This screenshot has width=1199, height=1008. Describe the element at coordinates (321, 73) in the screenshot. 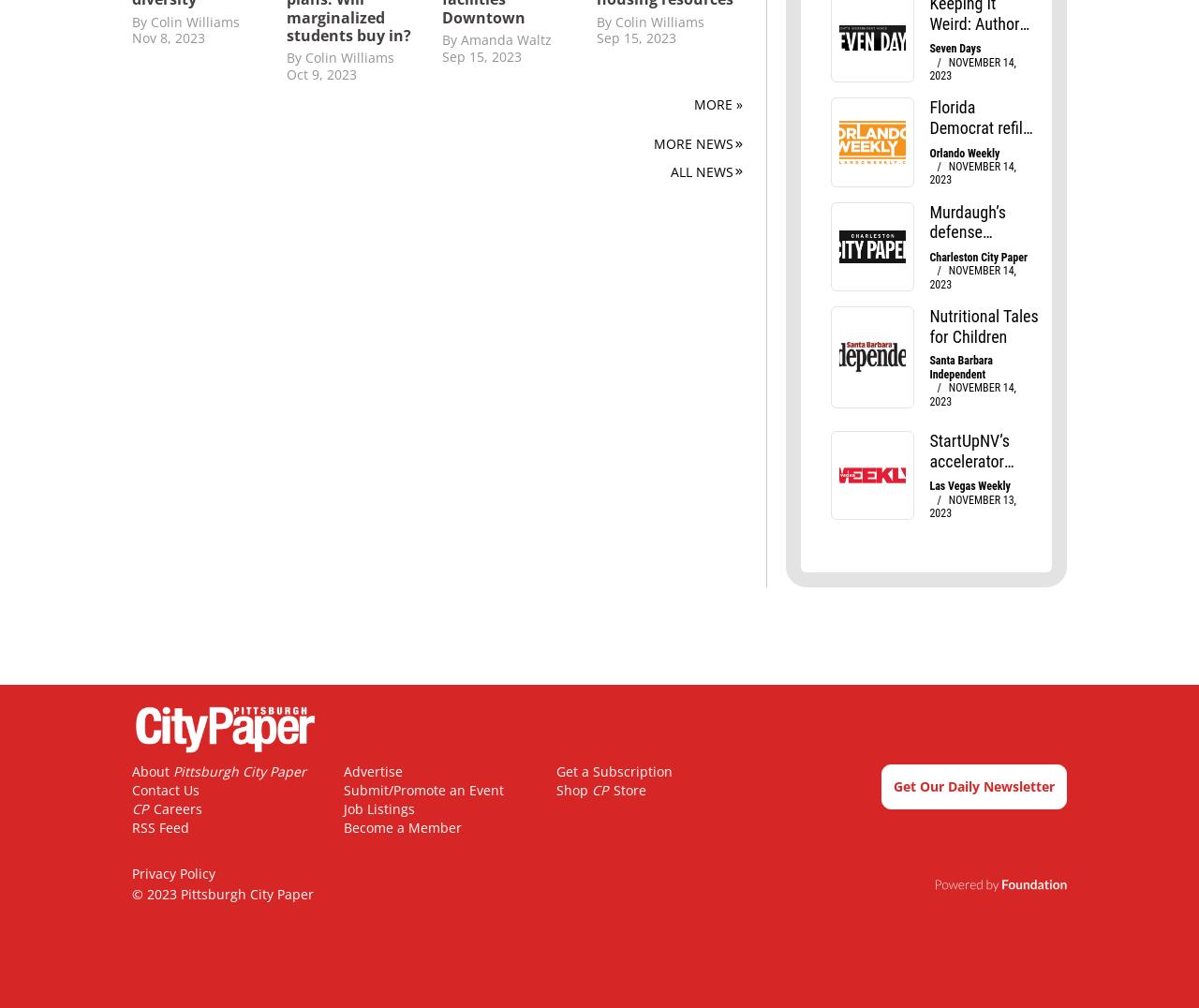

I see `'Oct 9, 2023'` at that location.